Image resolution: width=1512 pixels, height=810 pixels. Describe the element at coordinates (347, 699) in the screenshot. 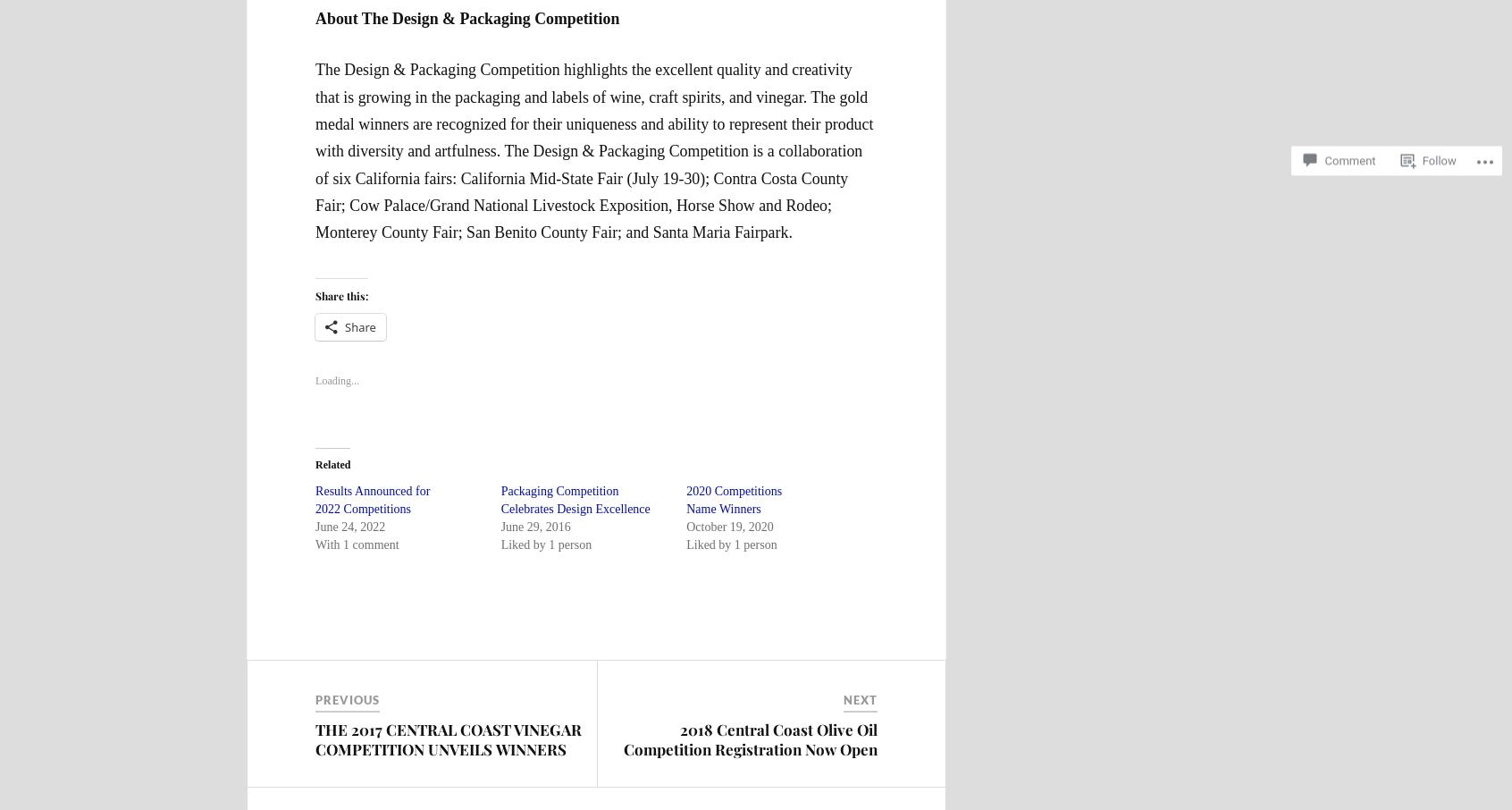

I see `'Previous'` at that location.